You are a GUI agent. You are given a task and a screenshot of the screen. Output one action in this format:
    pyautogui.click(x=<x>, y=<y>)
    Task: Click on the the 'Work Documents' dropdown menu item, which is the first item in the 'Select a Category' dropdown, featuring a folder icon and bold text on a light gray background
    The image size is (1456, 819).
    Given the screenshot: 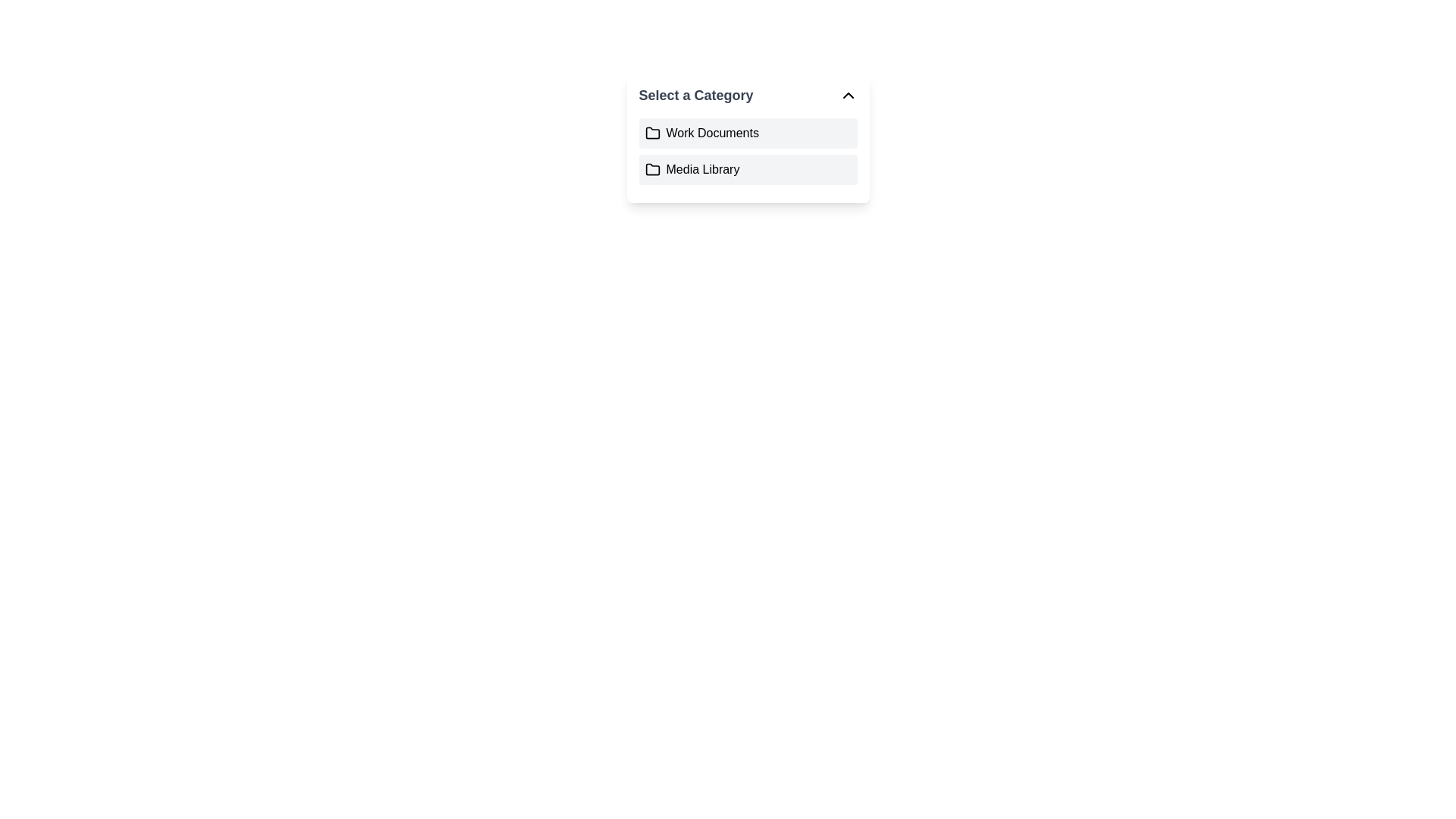 What is the action you would take?
    pyautogui.click(x=748, y=133)
    